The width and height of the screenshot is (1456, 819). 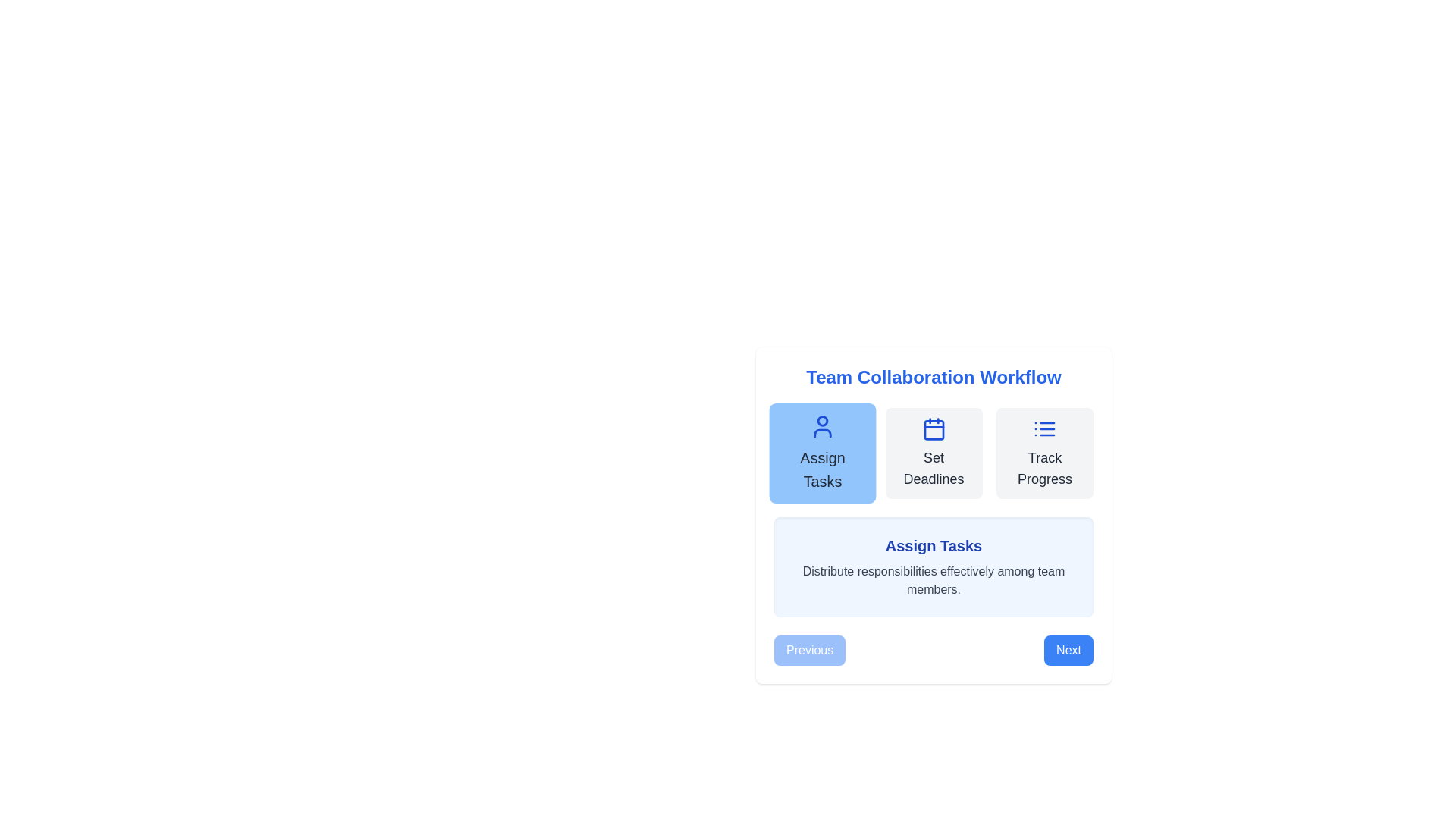 I want to click on the 'Track Progress' button icon, which is a blue SVG graphic with parallel lines, to trigger the tooltip or highlight effect, so click(x=1043, y=429).